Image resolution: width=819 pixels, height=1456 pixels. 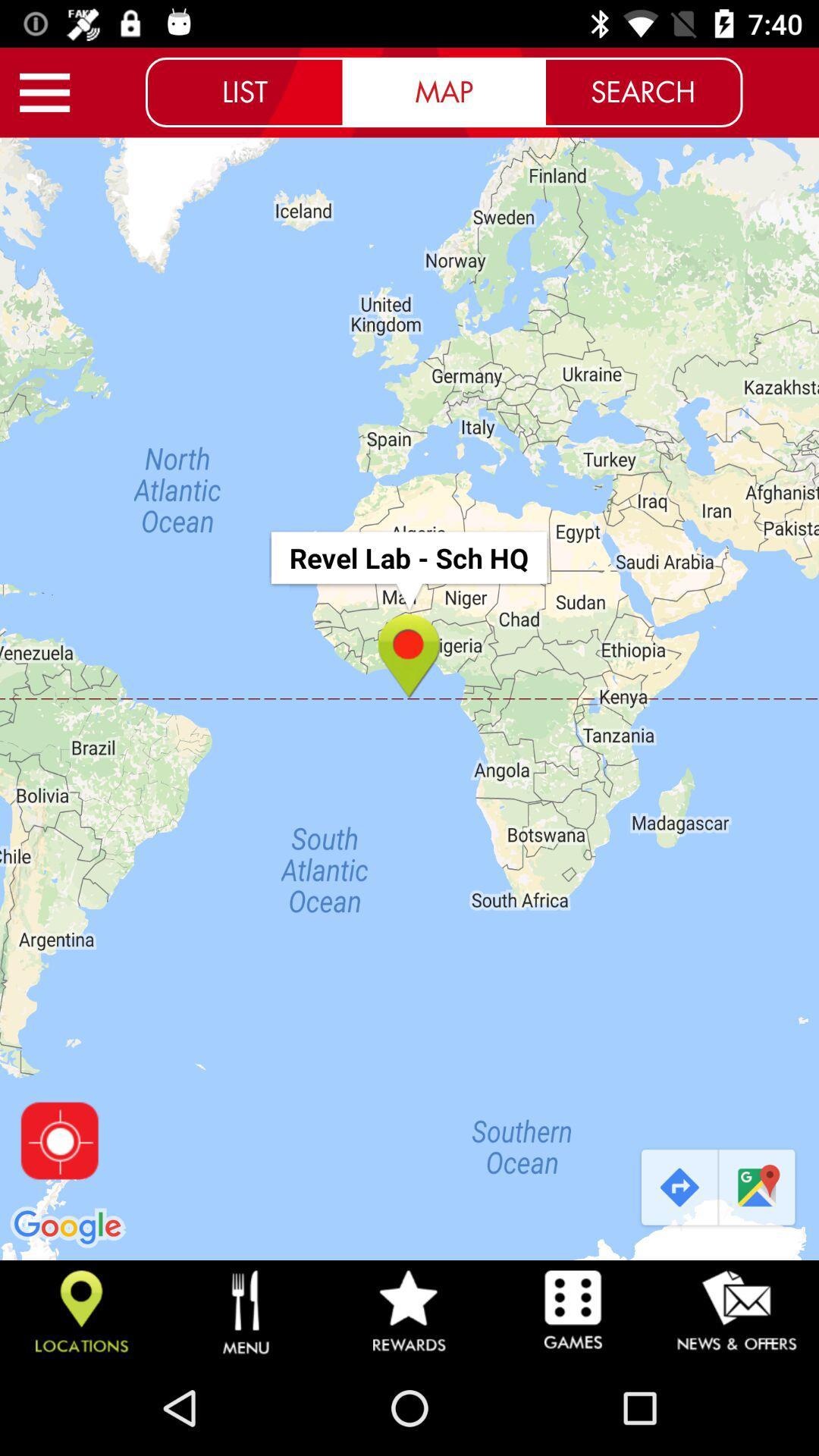 What do you see at coordinates (677, 1188) in the screenshot?
I see `the redo icon` at bounding box center [677, 1188].